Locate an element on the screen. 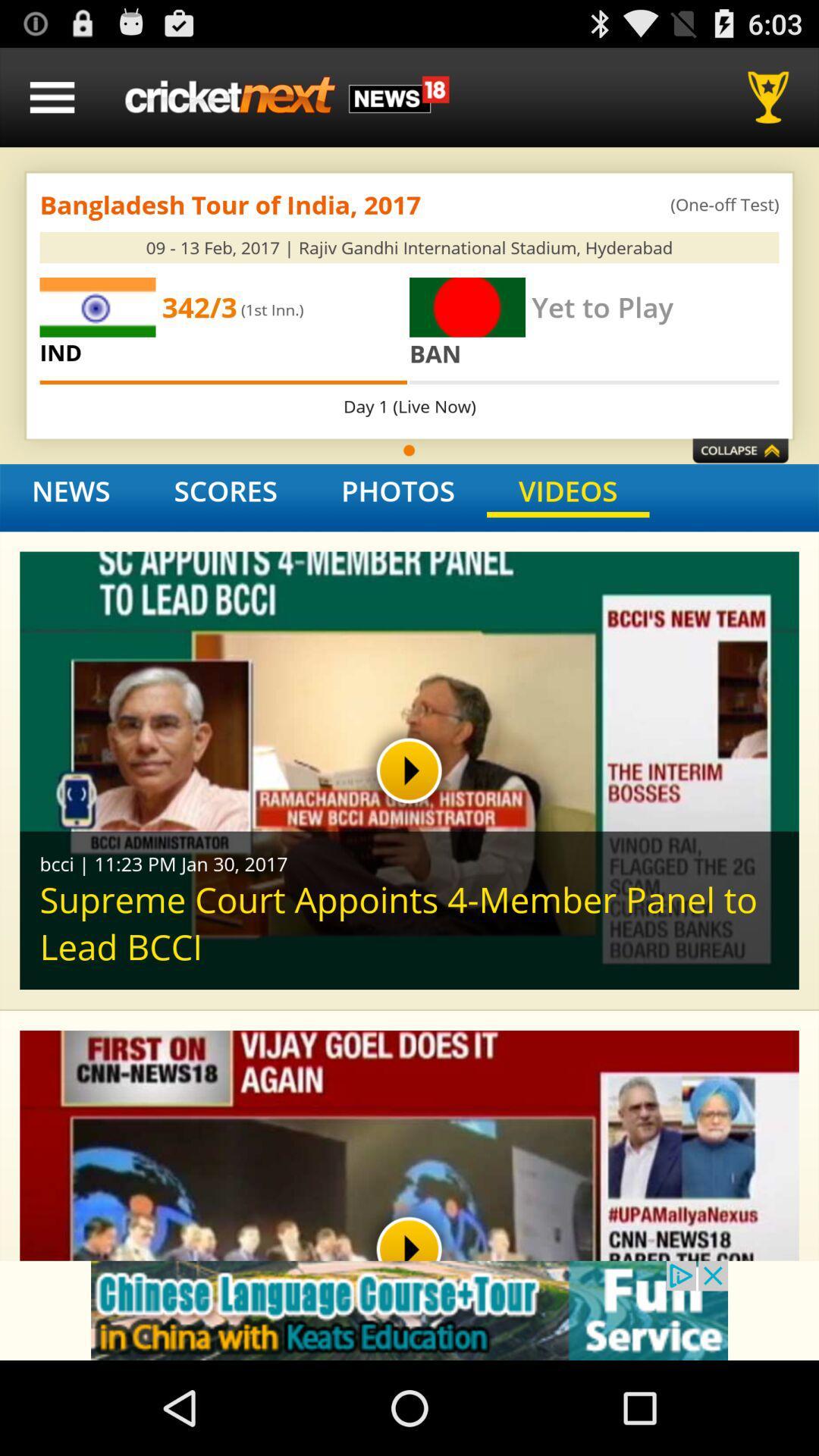  the menu icon is located at coordinates (52, 103).